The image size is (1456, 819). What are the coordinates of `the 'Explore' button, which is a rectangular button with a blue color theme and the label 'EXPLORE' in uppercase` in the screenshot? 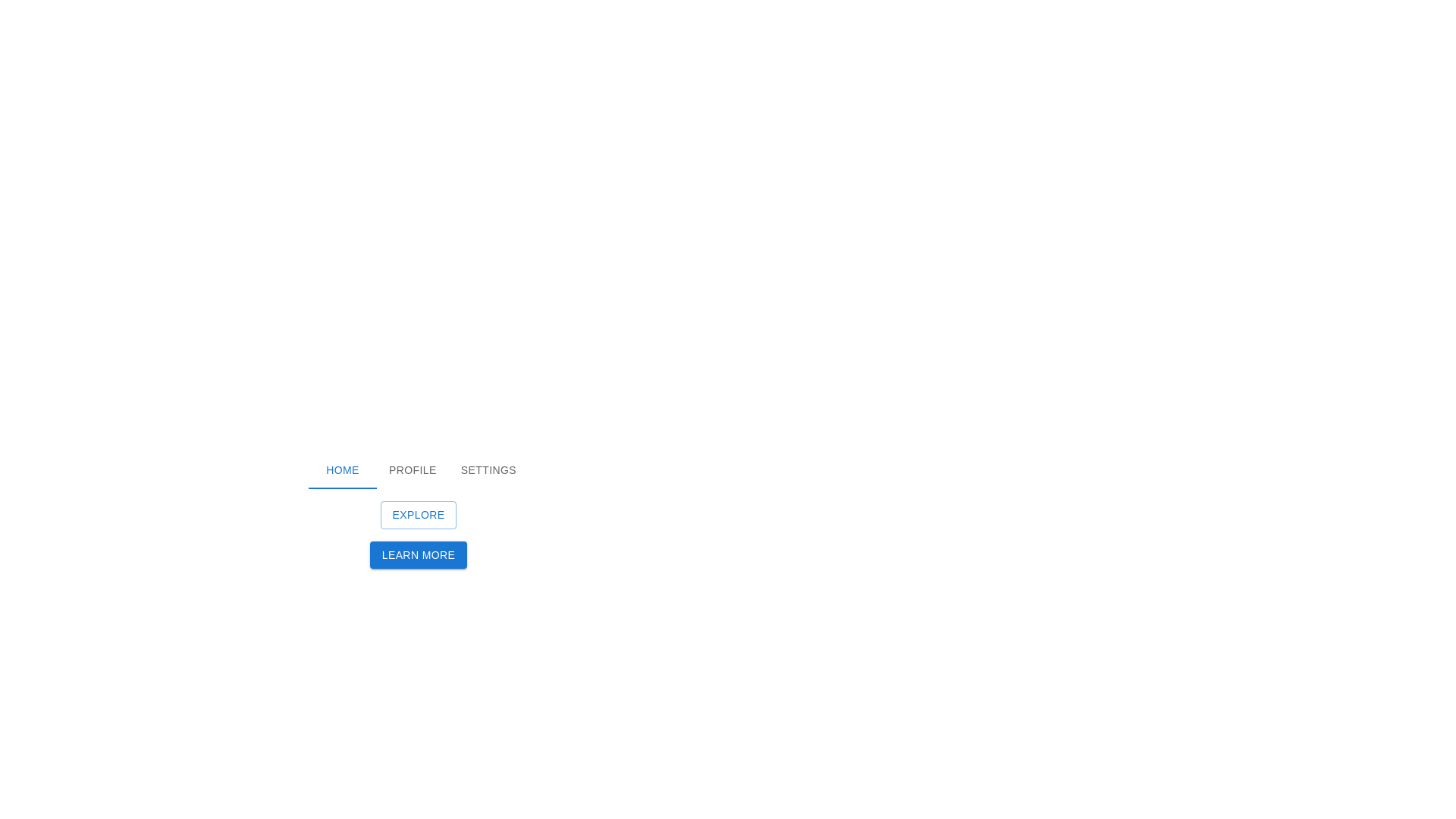 It's located at (419, 514).